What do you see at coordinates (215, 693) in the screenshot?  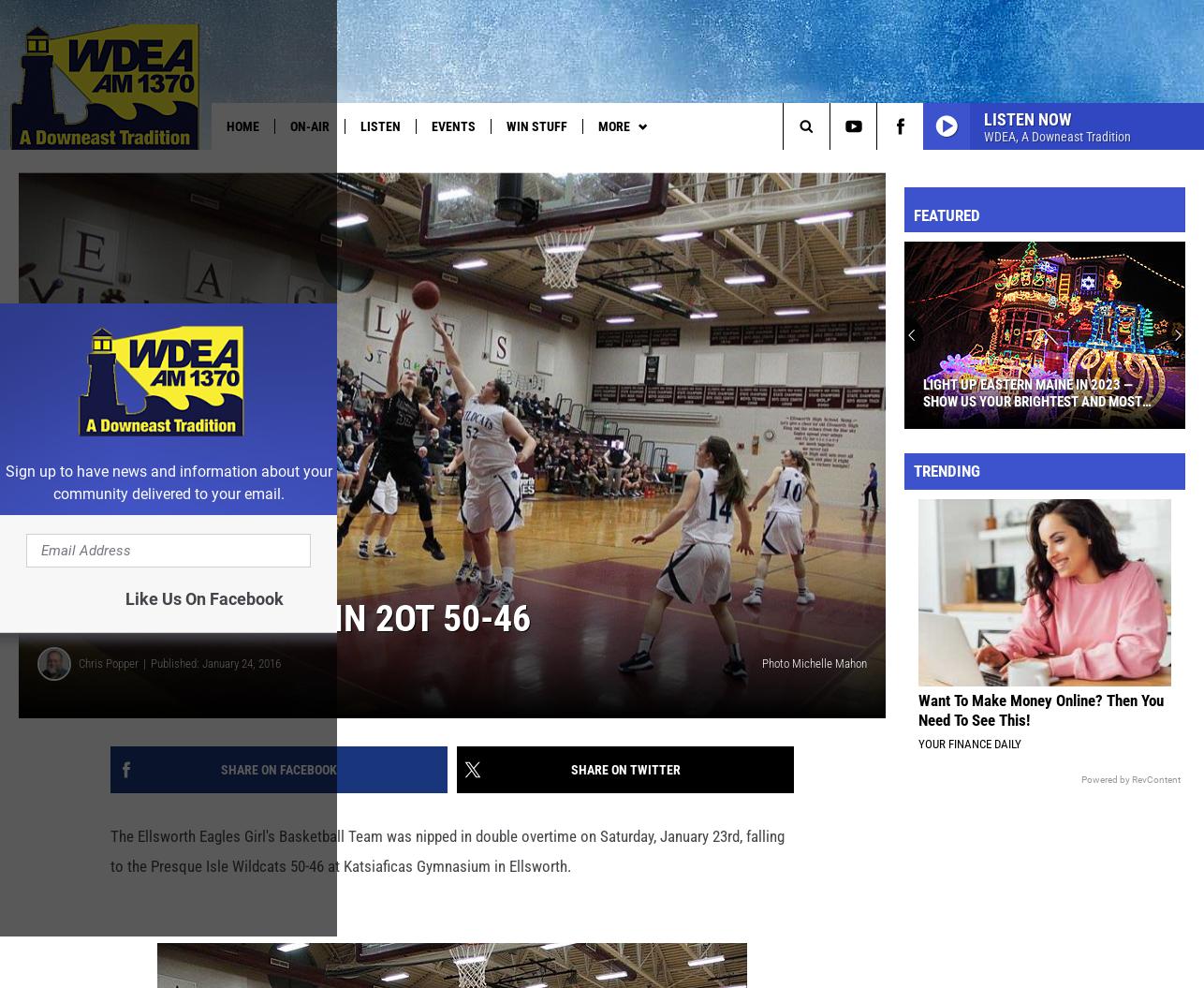 I see `'Published: January 24, 2016'` at bounding box center [215, 693].